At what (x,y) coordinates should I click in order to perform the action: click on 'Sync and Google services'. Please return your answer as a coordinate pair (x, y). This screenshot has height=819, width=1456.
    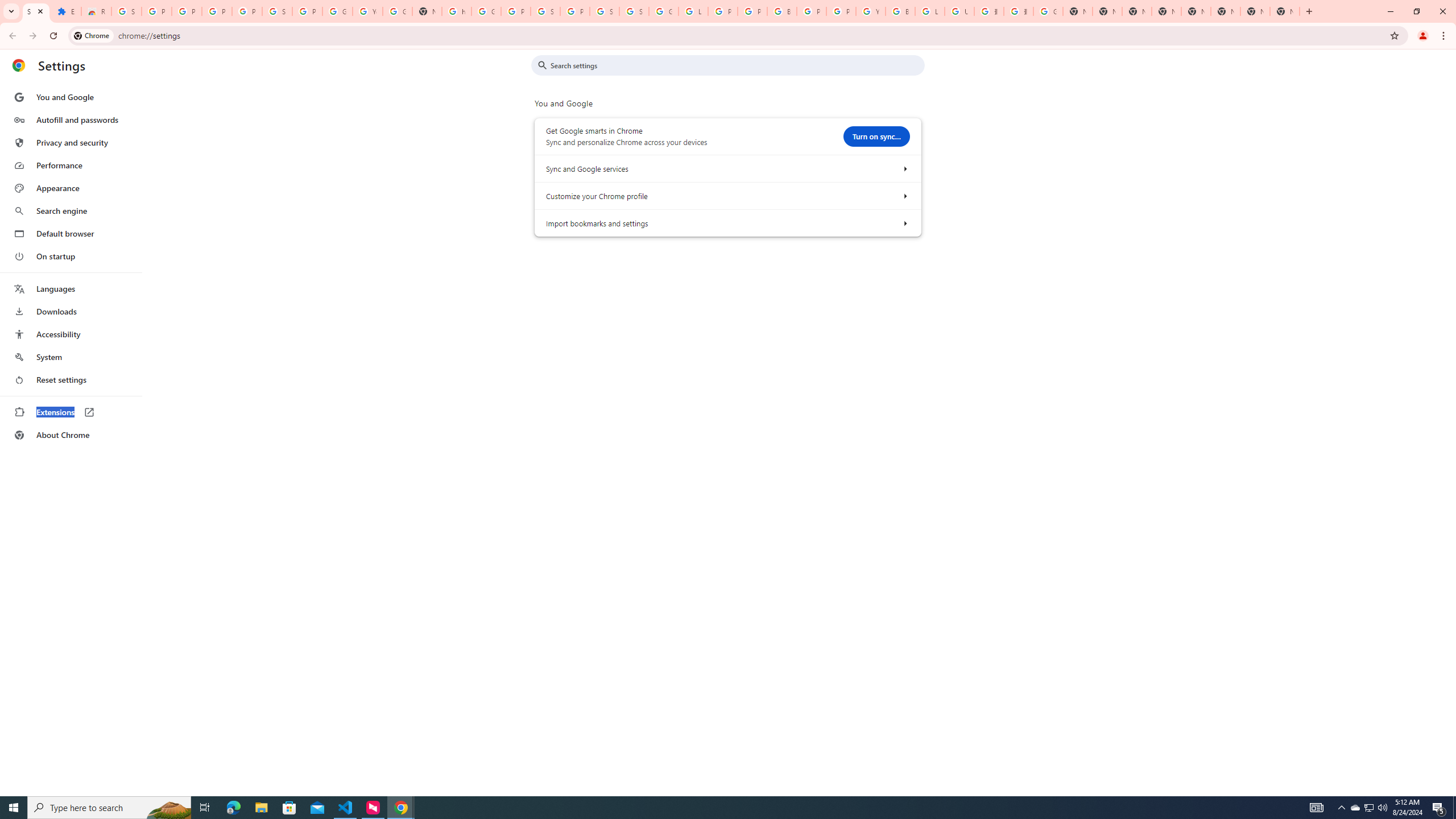
    Looking at the image, I should click on (904, 167).